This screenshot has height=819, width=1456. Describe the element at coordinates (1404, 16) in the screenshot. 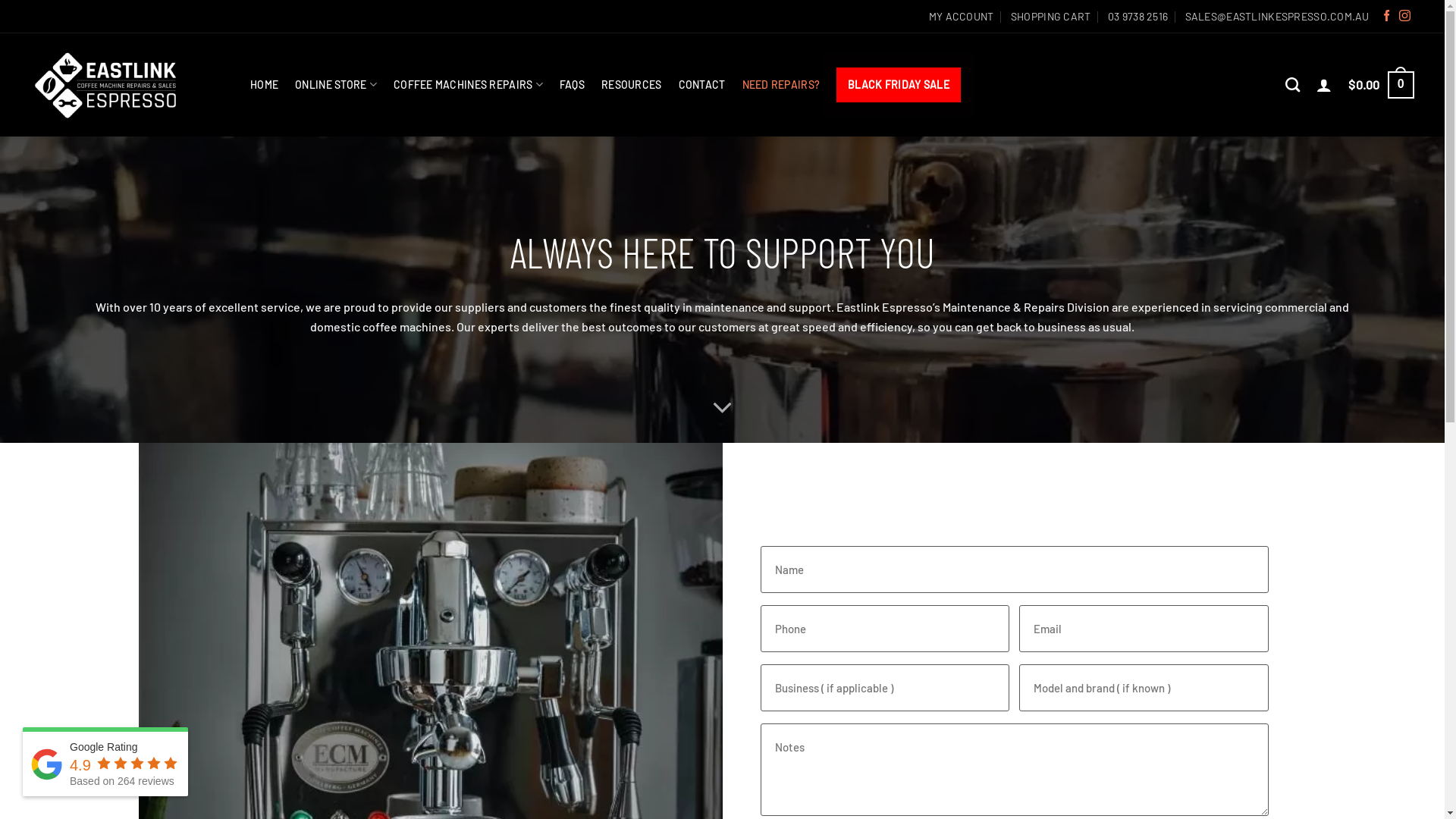

I see `'Follow on Instagram'` at that location.